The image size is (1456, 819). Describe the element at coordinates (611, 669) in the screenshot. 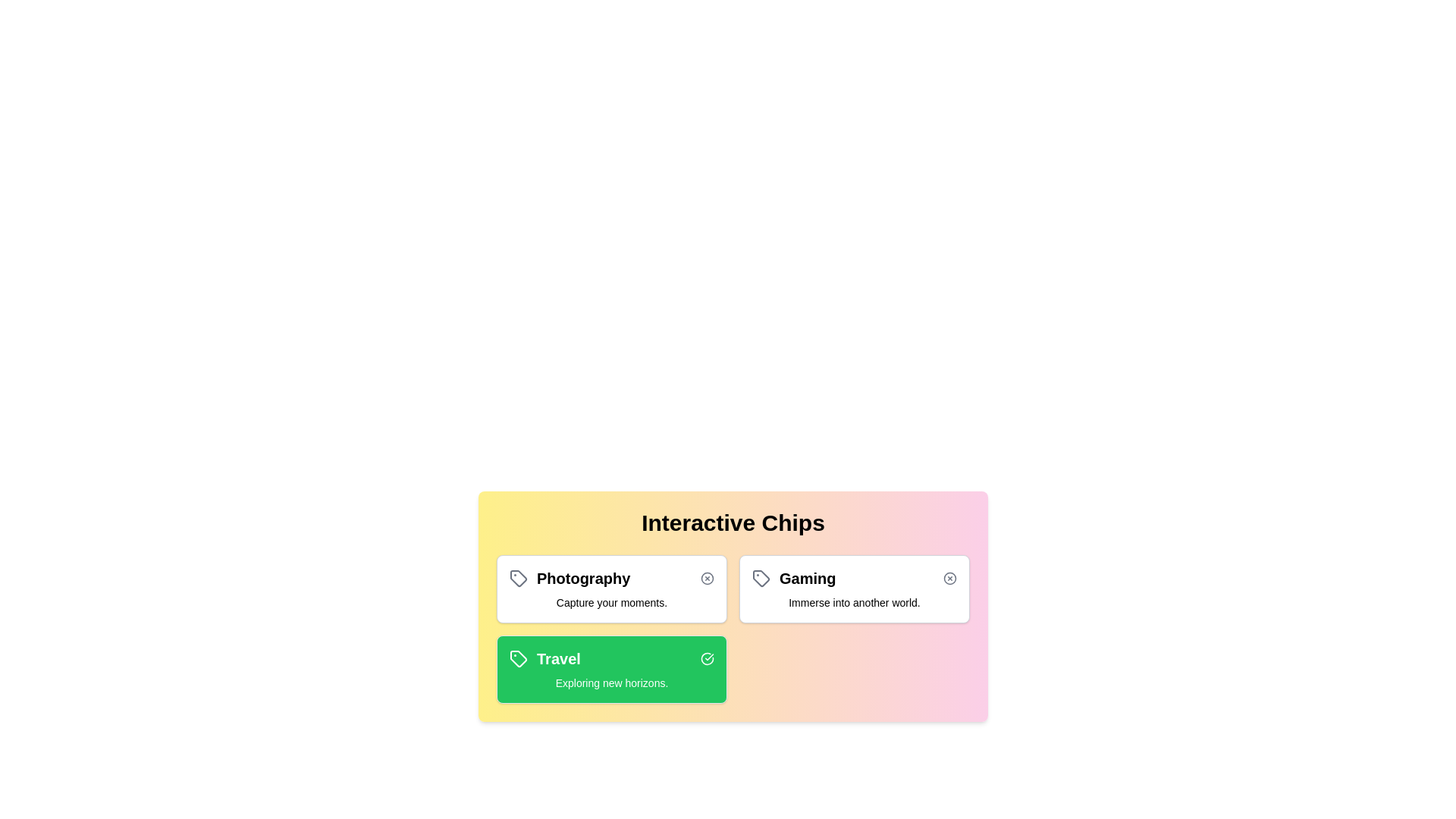

I see `the chip labeled 'Travel' to observe its hover effect` at that location.